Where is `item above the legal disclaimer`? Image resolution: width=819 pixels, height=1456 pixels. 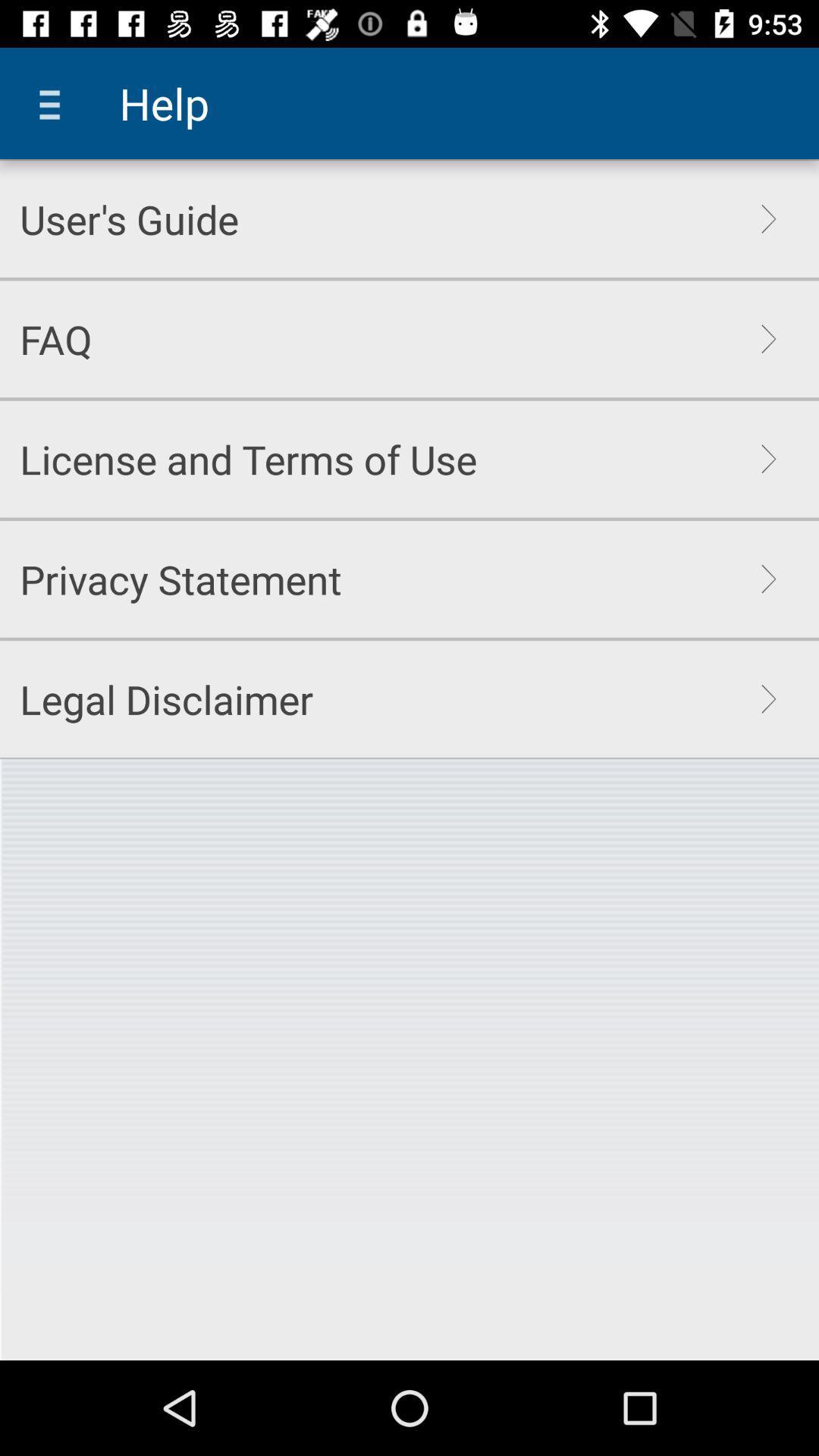
item above the legal disclaimer is located at coordinates (180, 578).